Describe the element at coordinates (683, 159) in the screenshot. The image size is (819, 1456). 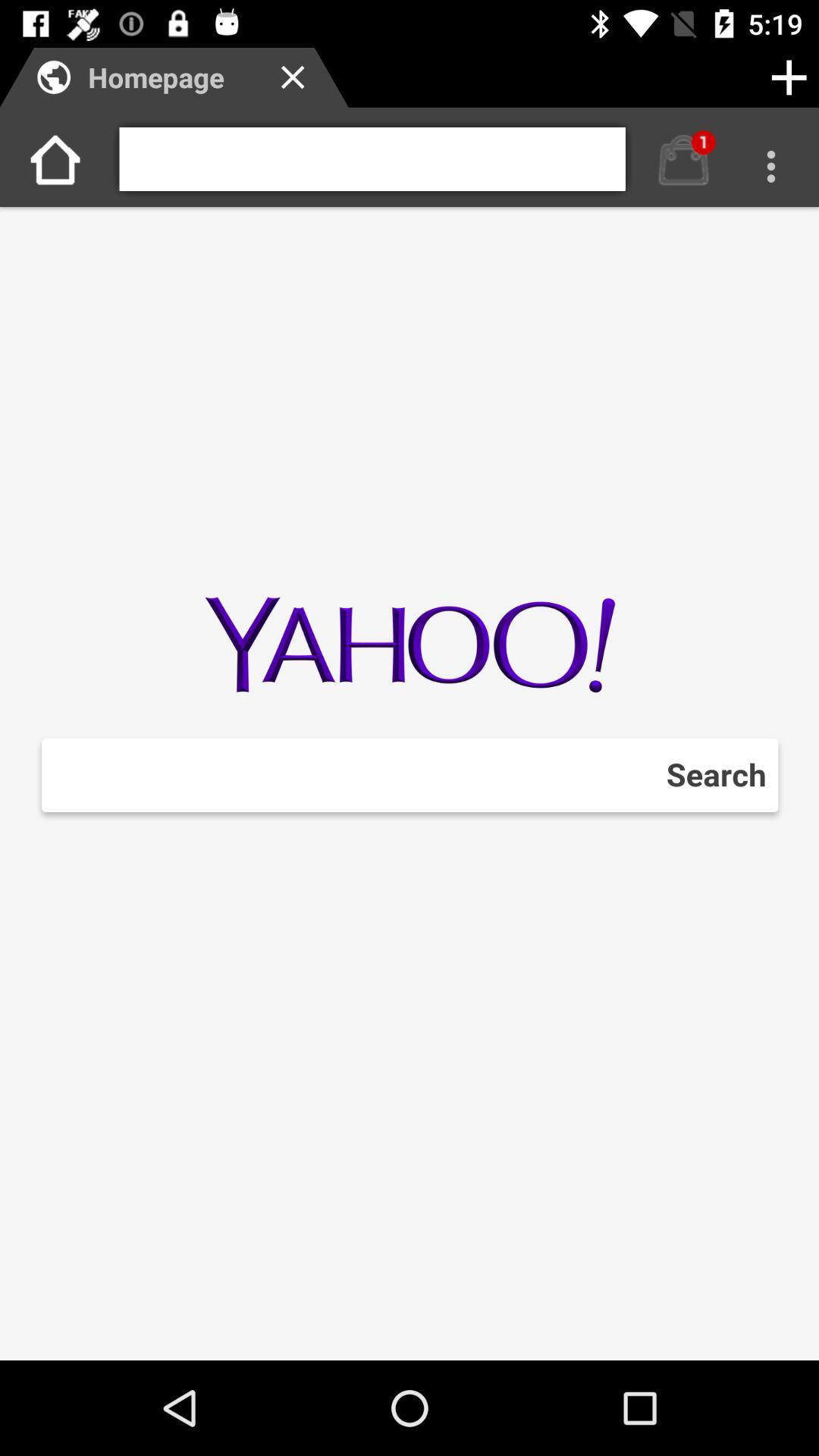
I see `home page button` at that location.